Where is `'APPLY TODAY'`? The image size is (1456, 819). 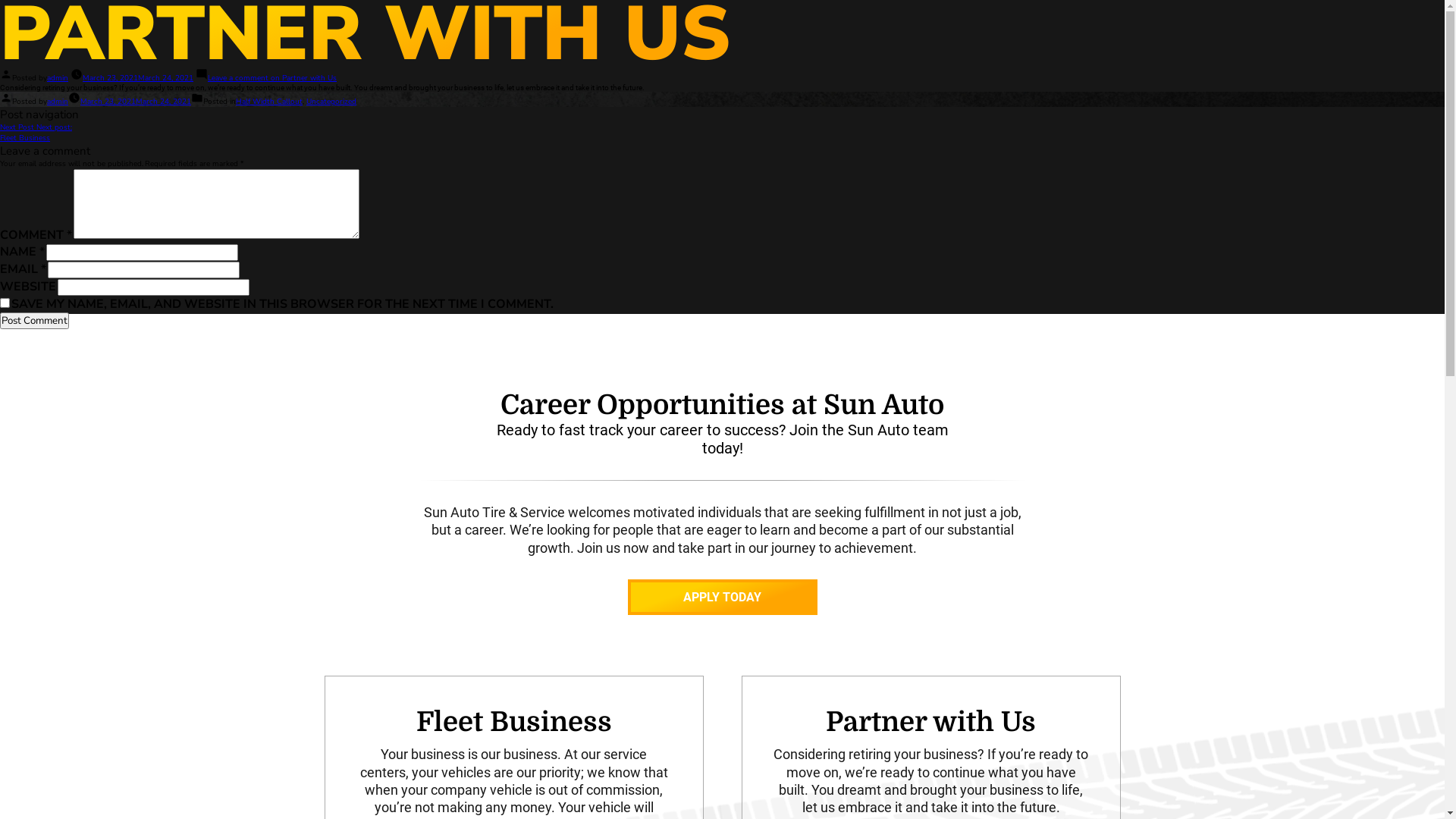 'APPLY TODAY' is located at coordinates (722, 596).